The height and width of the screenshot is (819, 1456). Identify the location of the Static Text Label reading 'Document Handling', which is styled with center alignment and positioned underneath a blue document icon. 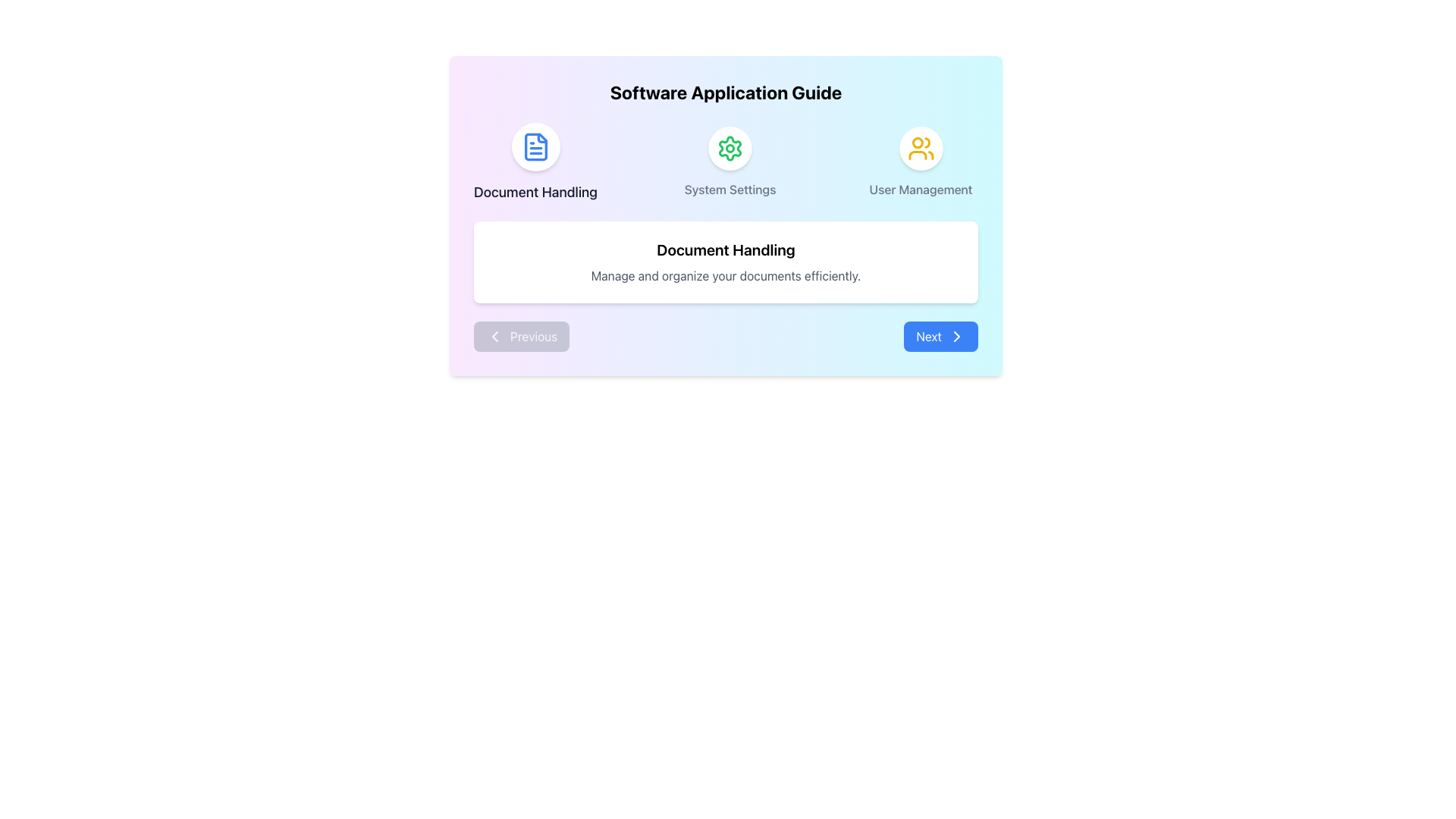
(535, 163).